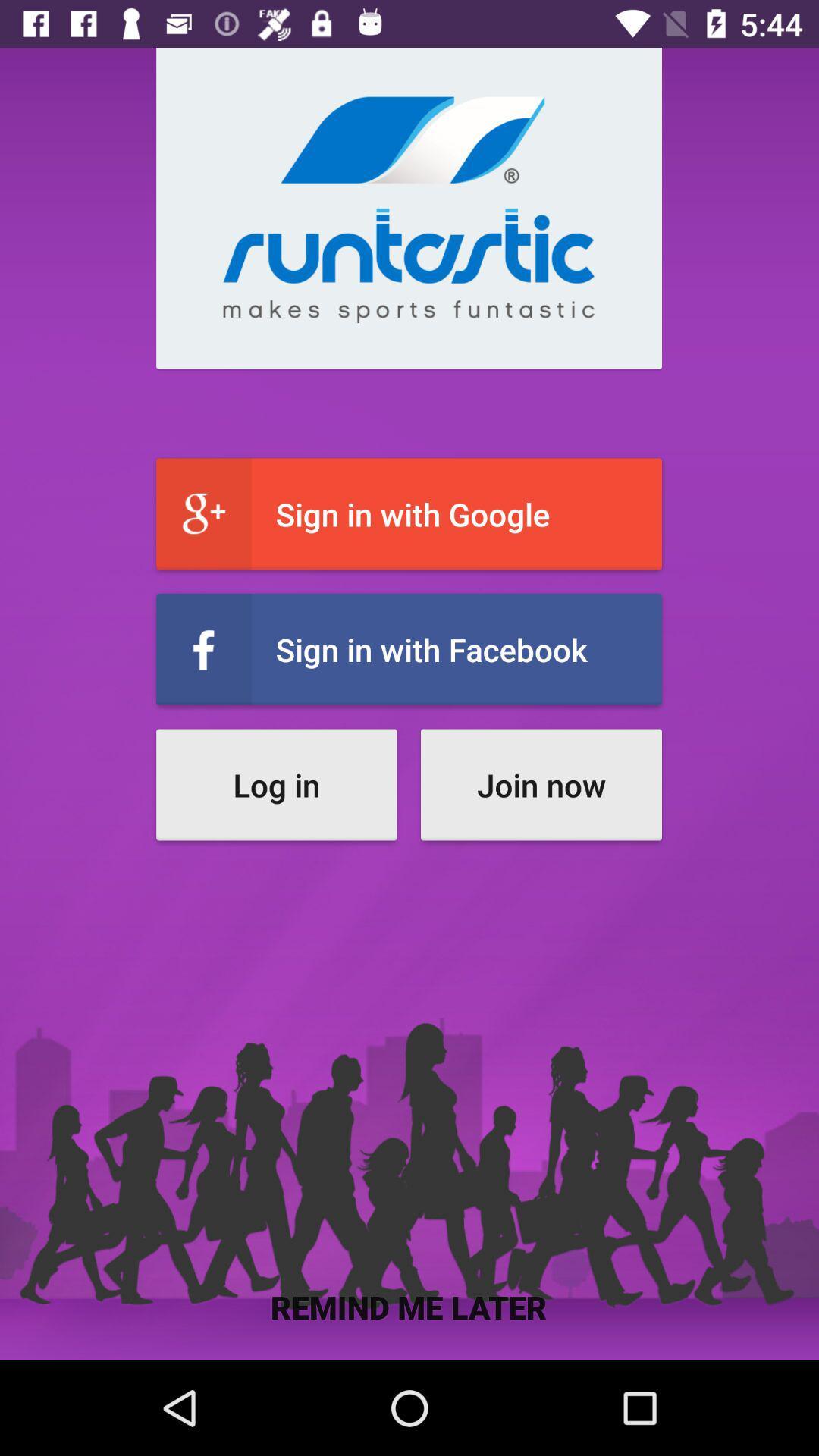 The height and width of the screenshot is (1456, 819). Describe the element at coordinates (276, 785) in the screenshot. I see `the item below the sign in with item` at that location.